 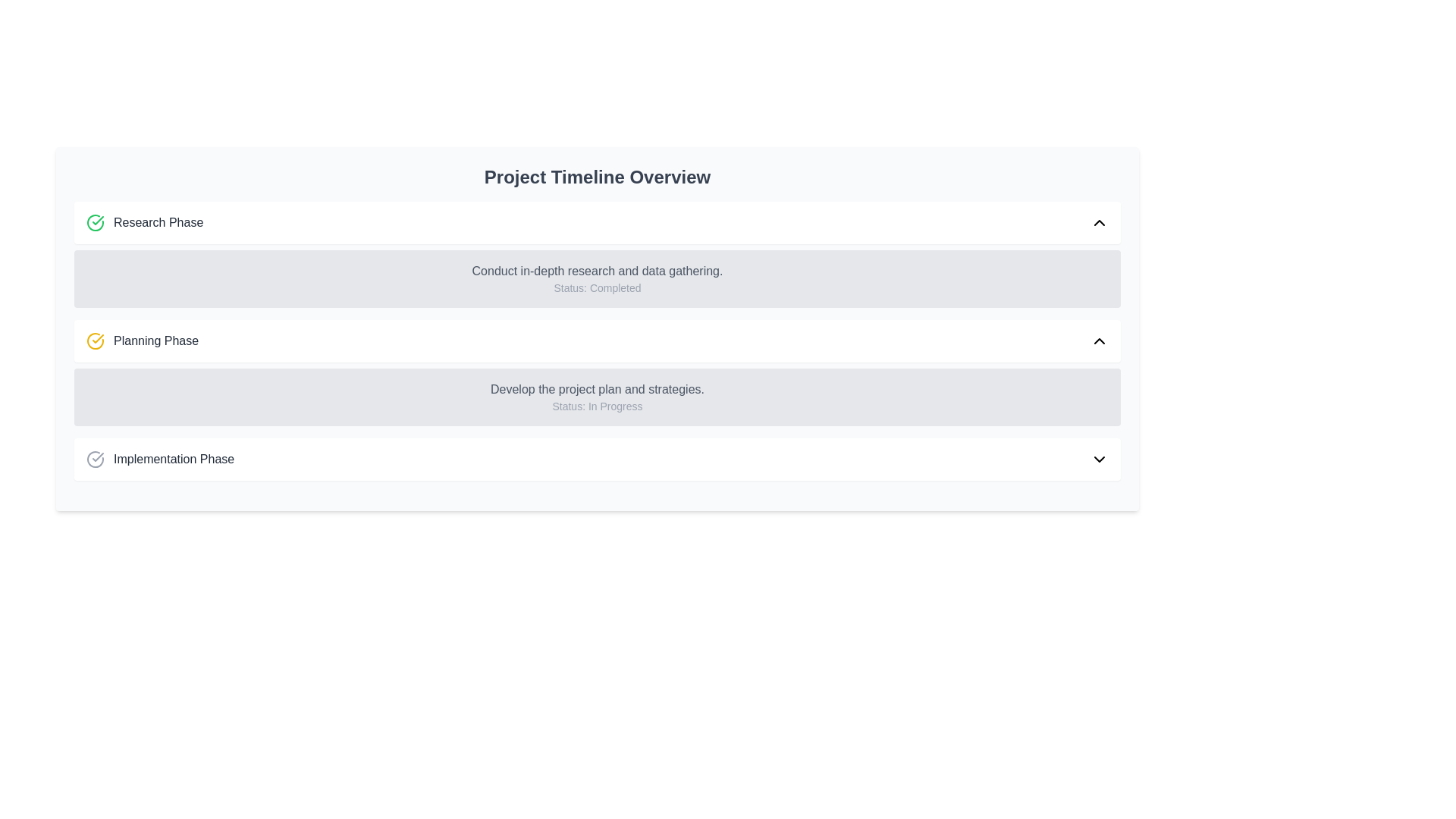 What do you see at coordinates (94, 458) in the screenshot?
I see `the circular gray checkmark icon` at bounding box center [94, 458].